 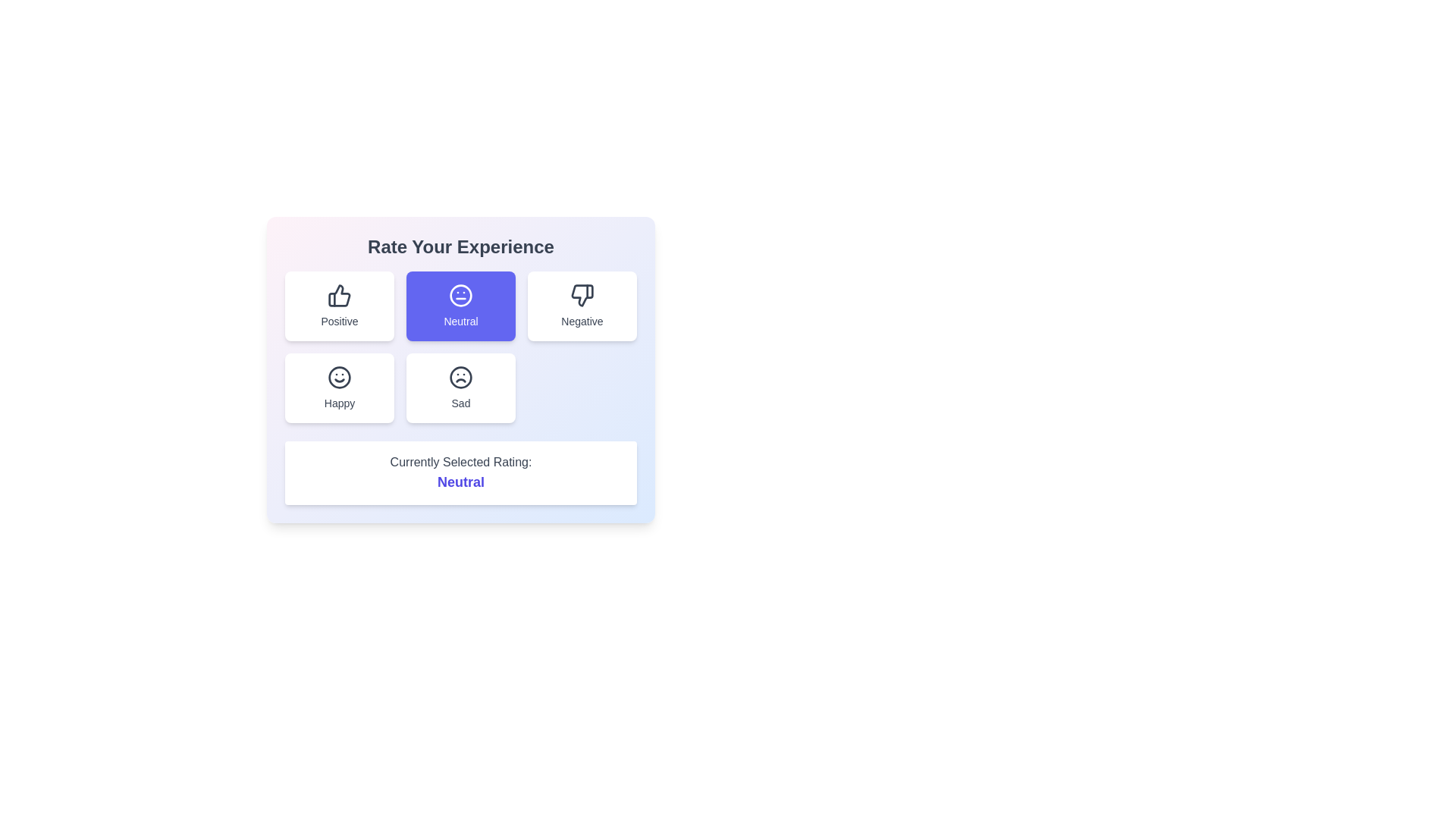 I want to click on the button labeled Negative to see its hover effect, so click(x=582, y=306).